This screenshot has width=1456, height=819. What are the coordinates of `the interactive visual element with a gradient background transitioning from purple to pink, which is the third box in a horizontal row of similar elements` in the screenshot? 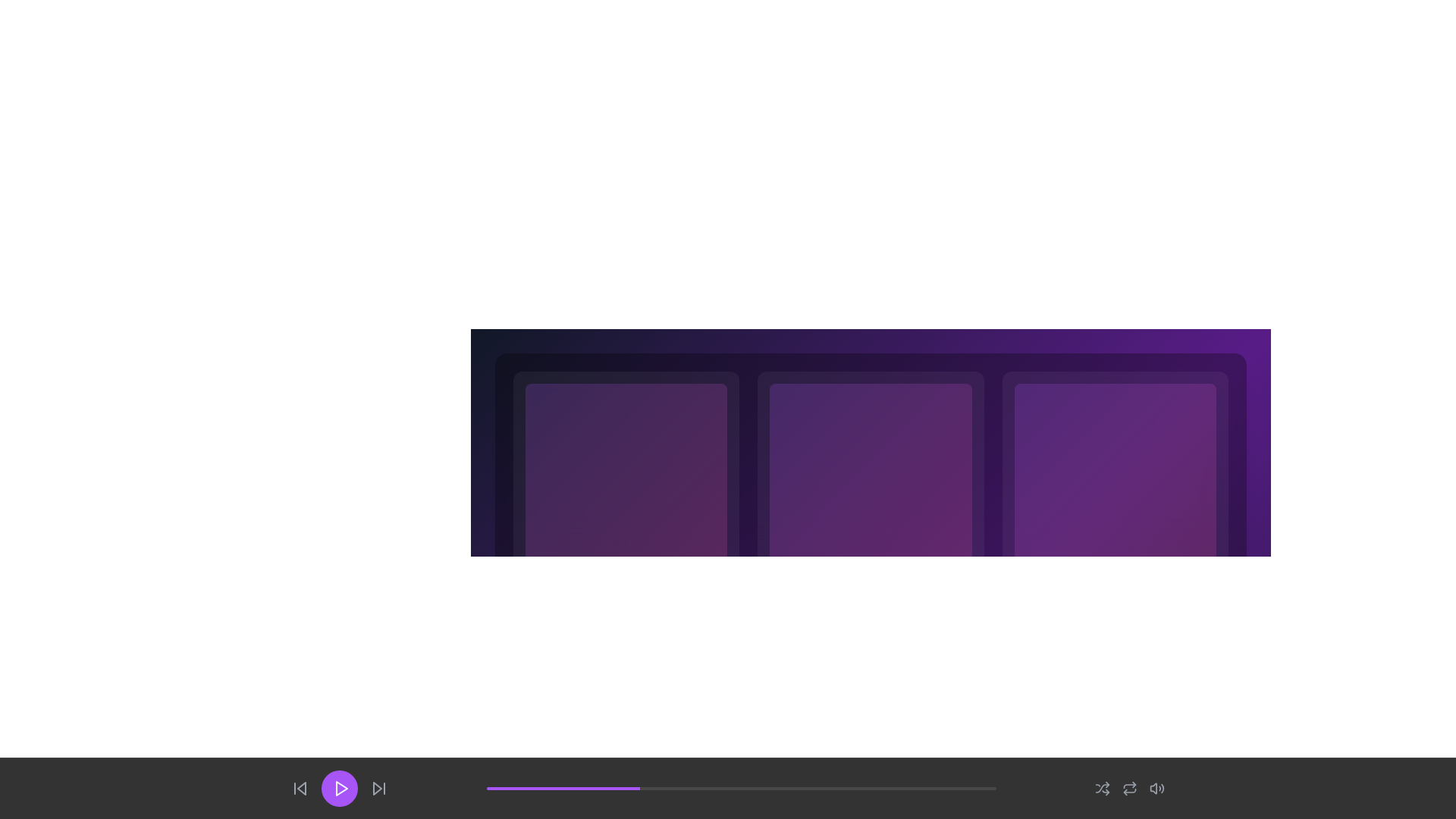 It's located at (1115, 485).